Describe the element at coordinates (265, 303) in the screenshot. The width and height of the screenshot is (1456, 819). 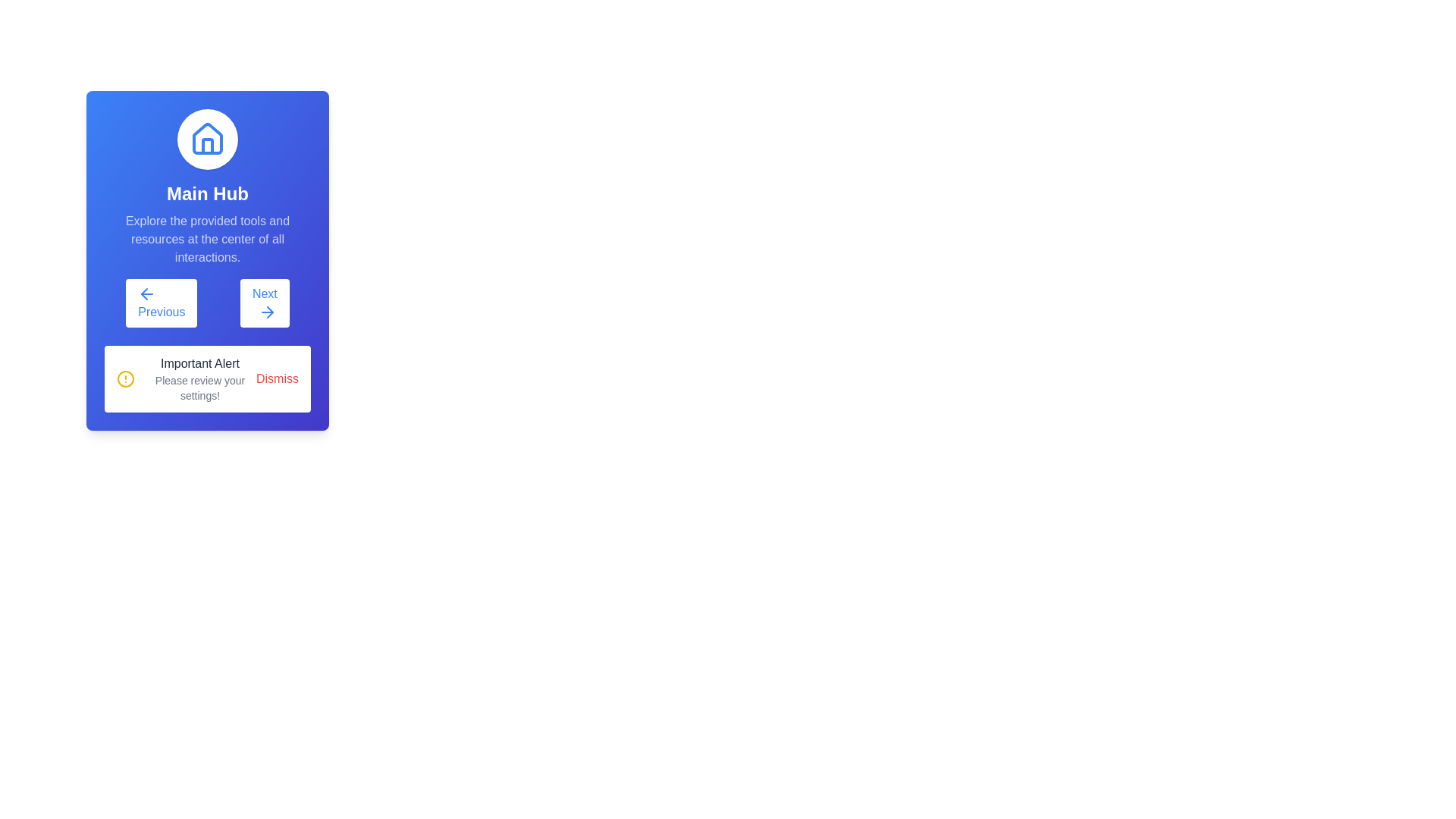
I see `the rectangular button with rounded corners labeled 'Next', which has a white background and blue text, to apply the hover effect` at that location.